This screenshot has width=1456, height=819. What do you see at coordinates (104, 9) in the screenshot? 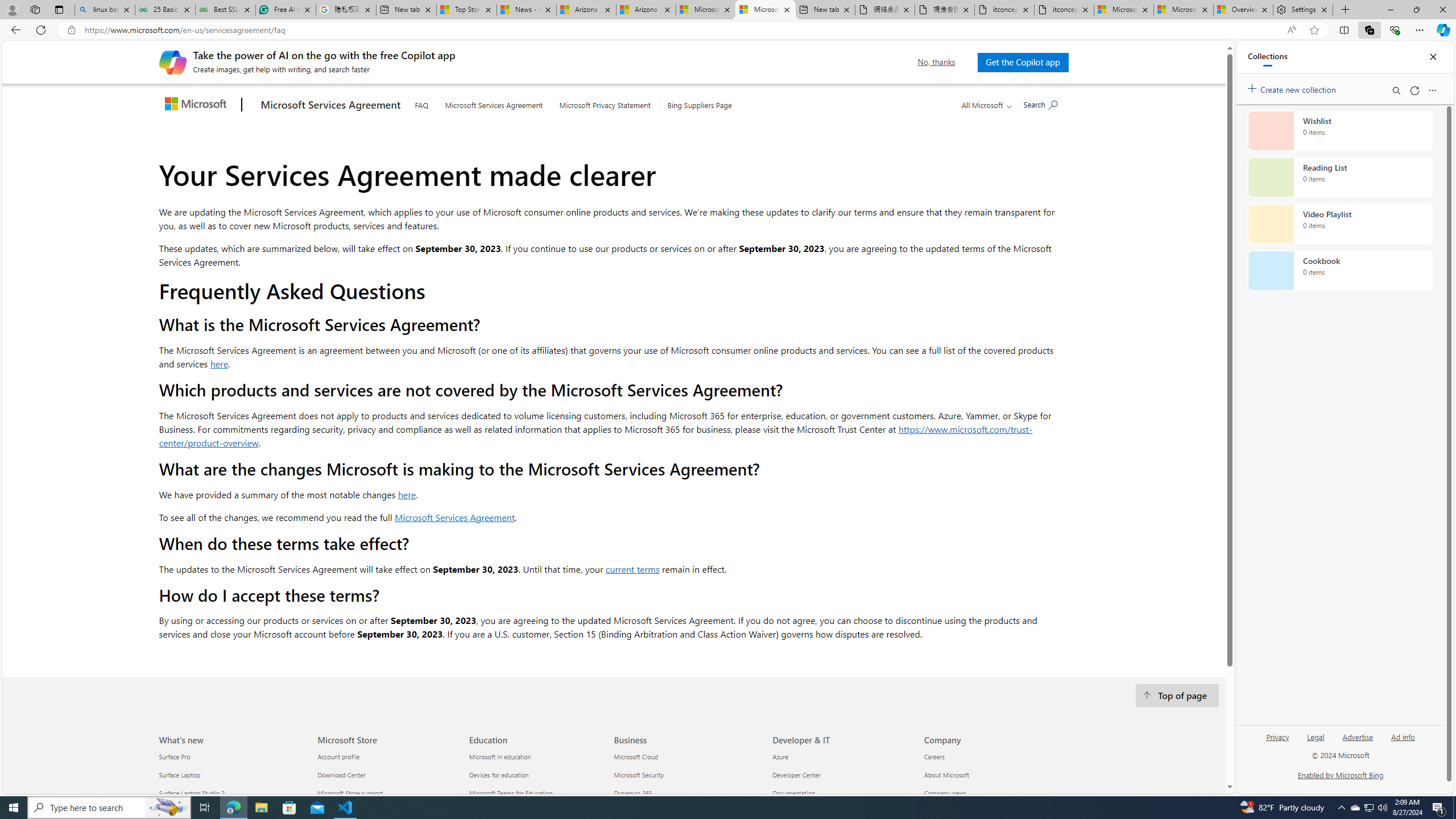
I see `'linux basic - Search'` at bounding box center [104, 9].